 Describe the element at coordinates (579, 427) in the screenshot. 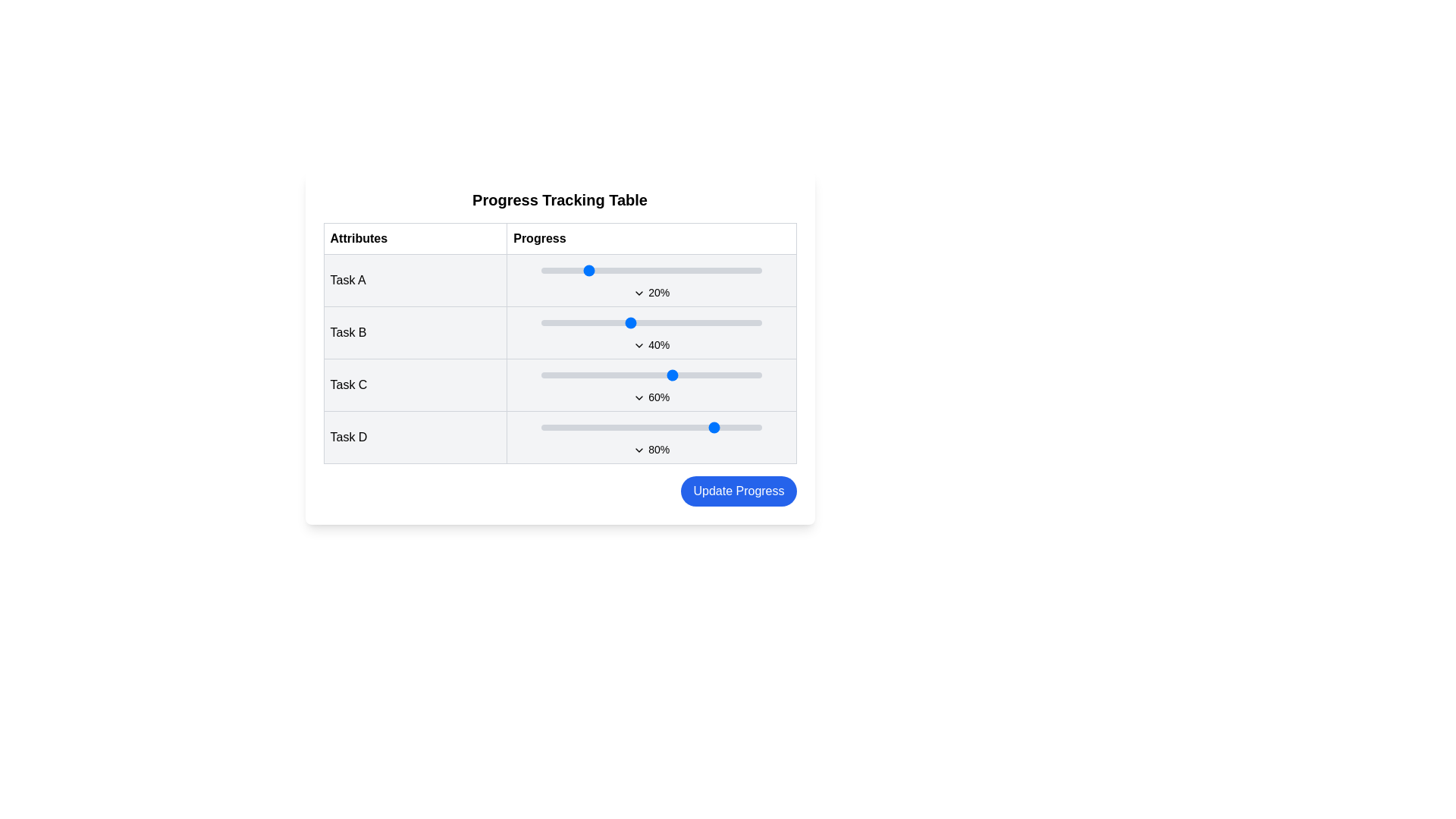

I see `the Task D progress value` at that location.